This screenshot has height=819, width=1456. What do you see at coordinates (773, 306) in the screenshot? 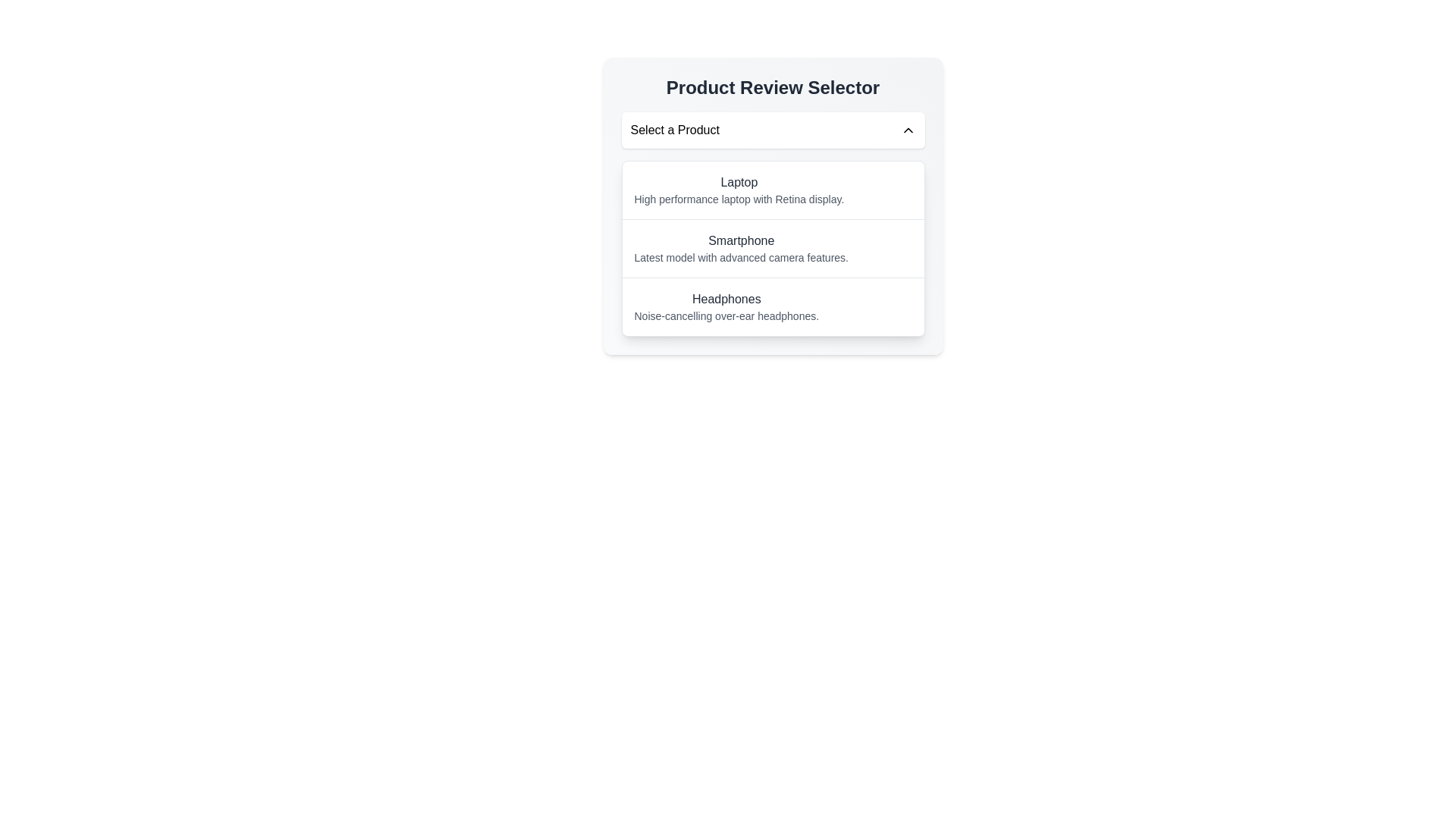
I see `the product card element displaying 'Headphones' with a description of 'Noise-cancelling over-ear headphones.' which is the third item in the list under 'Product Review Selector'` at bounding box center [773, 306].